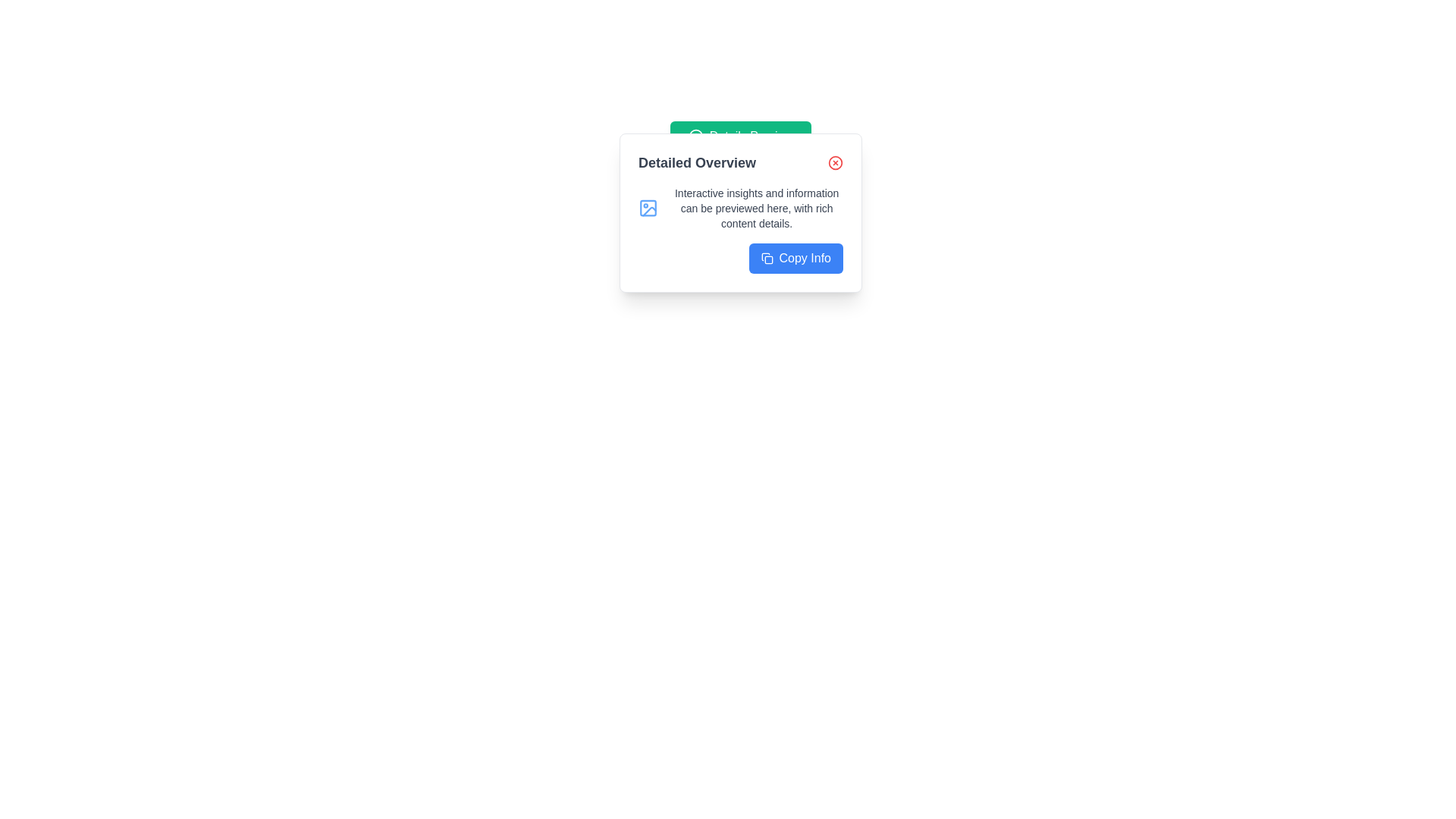  I want to click on the central circle of the information icon located at the top of the dialog box near the title 'Detailed Overview', so click(695, 136).